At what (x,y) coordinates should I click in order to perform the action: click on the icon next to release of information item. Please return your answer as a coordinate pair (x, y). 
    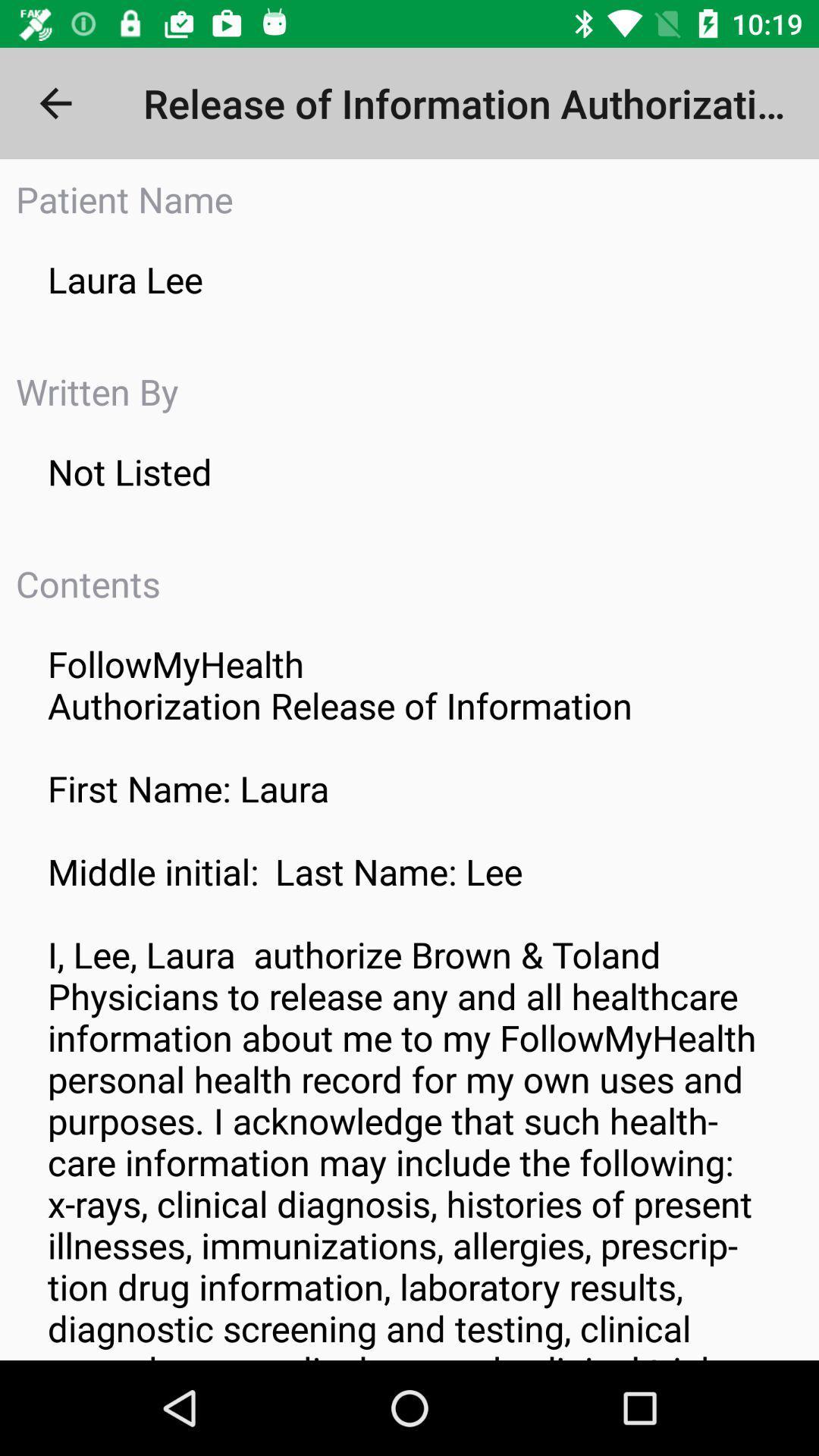
    Looking at the image, I should click on (55, 102).